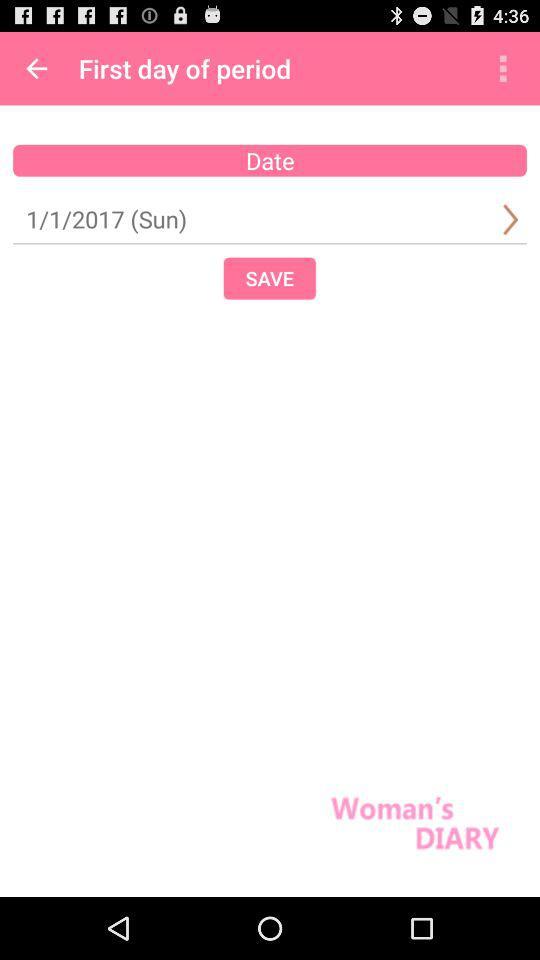  I want to click on the save icon, so click(269, 277).